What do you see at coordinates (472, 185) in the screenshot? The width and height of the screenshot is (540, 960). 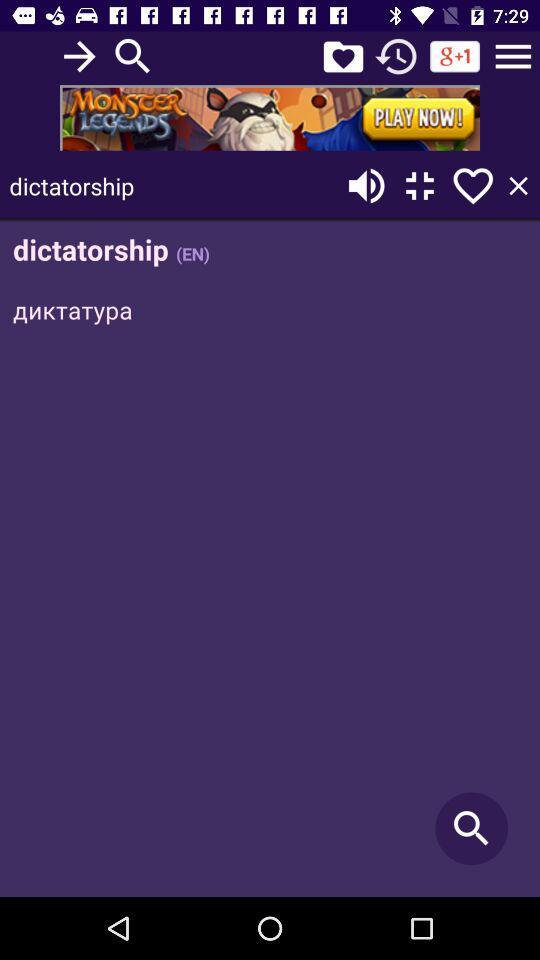 I see `the search` at bounding box center [472, 185].